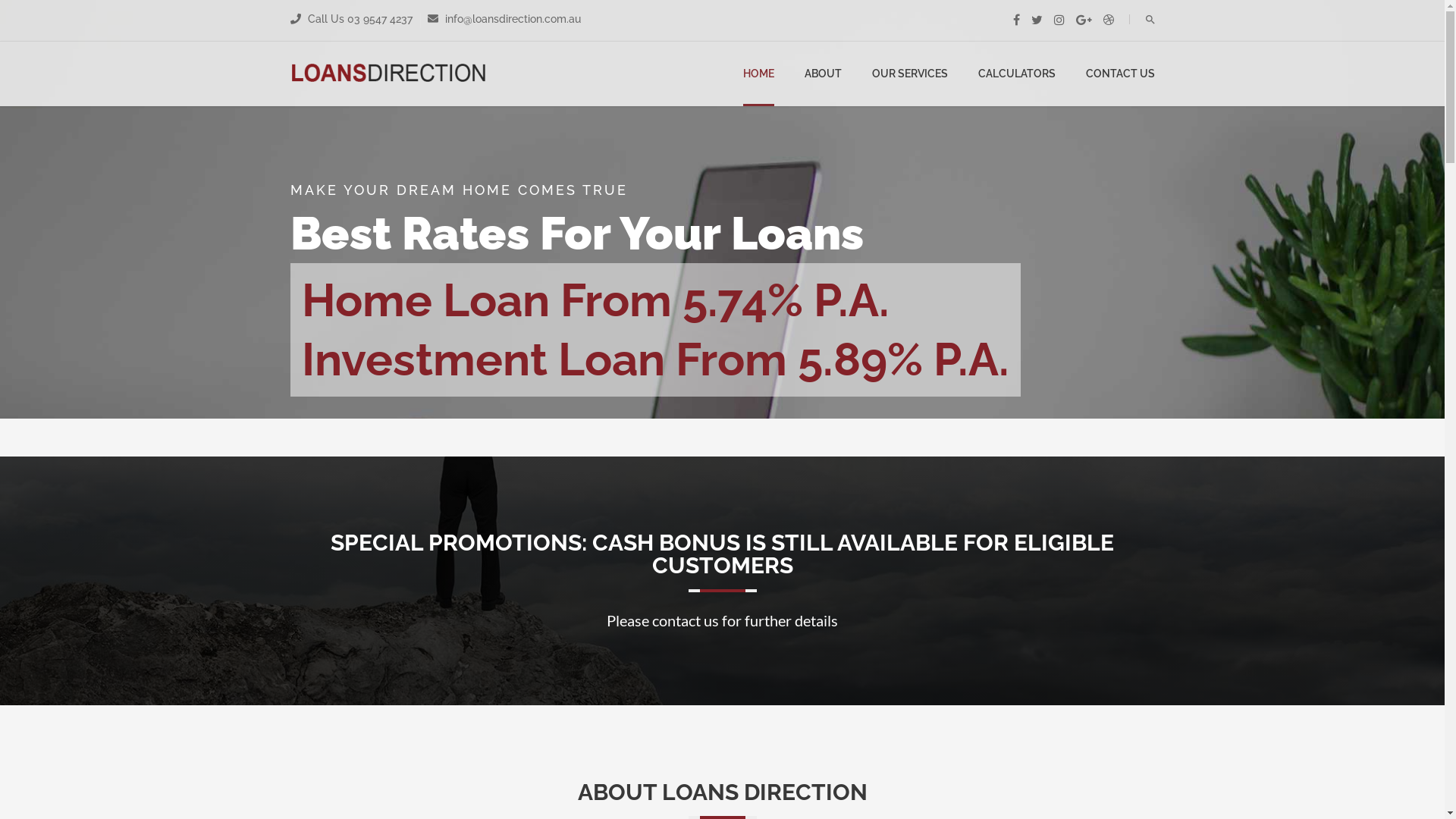 This screenshot has width=1456, height=819. Describe the element at coordinates (821, 74) in the screenshot. I see `'ABOUT'` at that location.